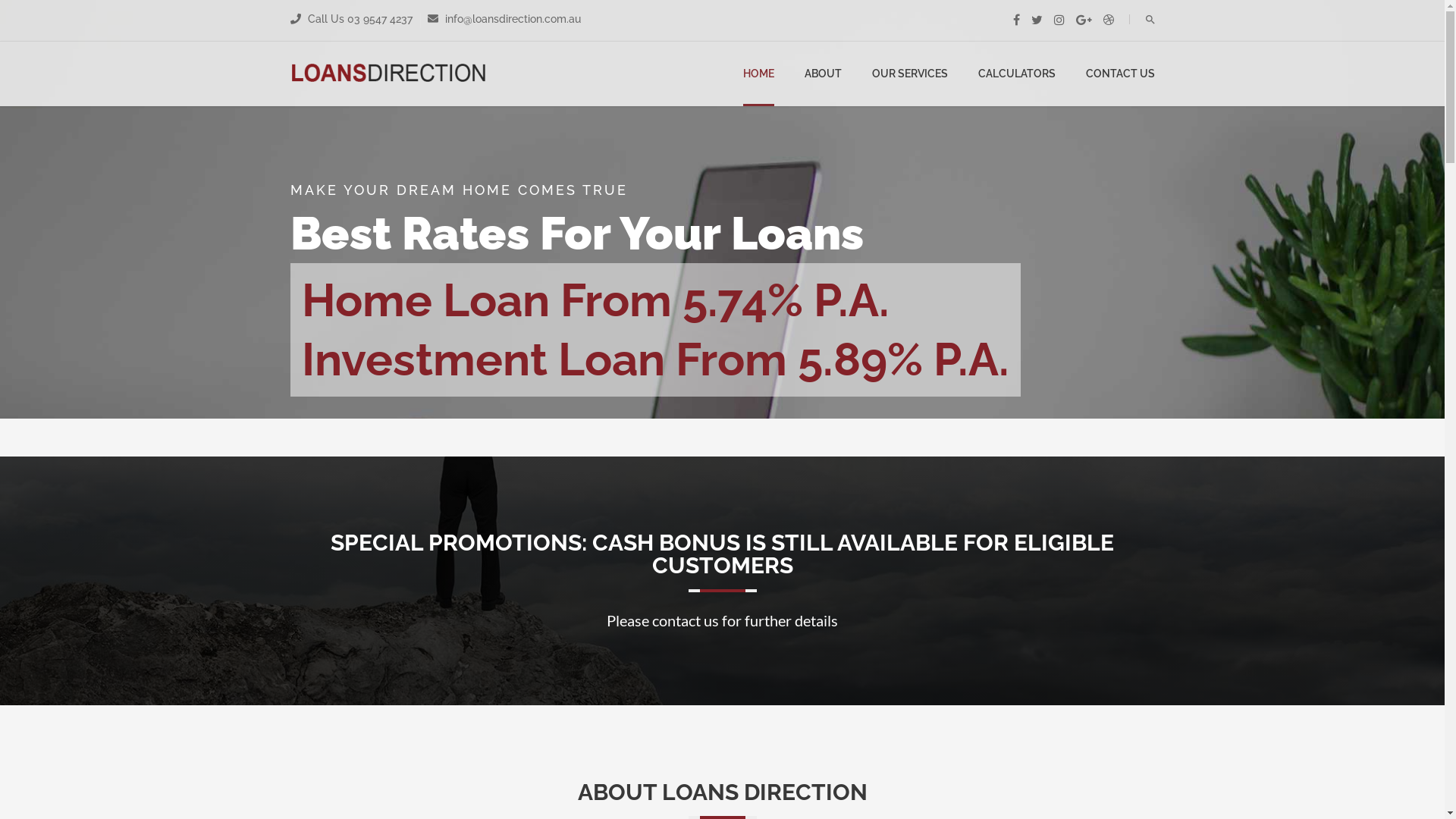 This screenshot has width=1456, height=819. Describe the element at coordinates (821, 74) in the screenshot. I see `'ABOUT'` at that location.